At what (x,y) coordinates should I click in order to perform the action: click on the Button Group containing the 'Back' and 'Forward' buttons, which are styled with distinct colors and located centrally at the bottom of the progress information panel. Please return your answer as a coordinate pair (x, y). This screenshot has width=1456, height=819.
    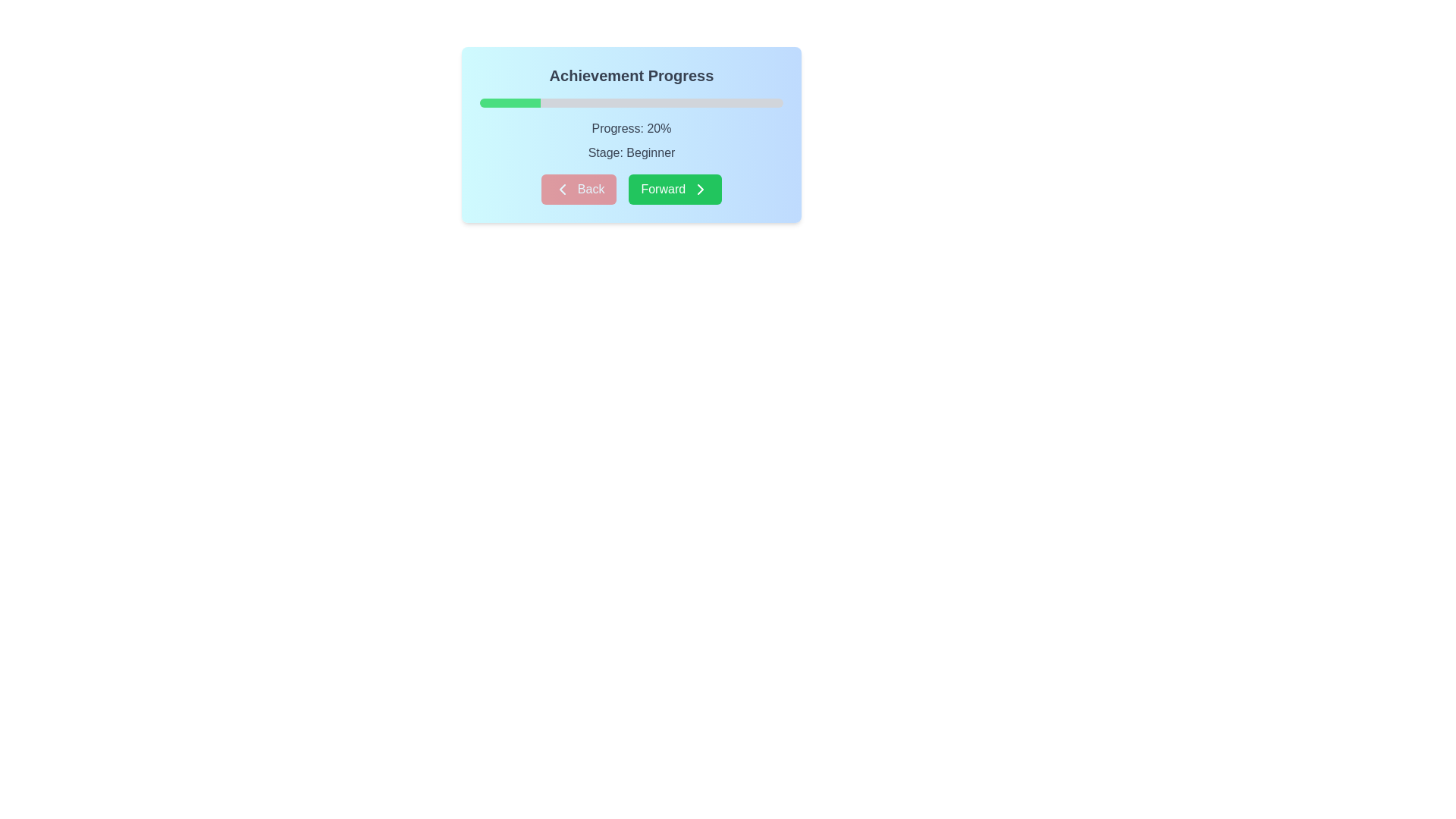
    Looking at the image, I should click on (632, 189).